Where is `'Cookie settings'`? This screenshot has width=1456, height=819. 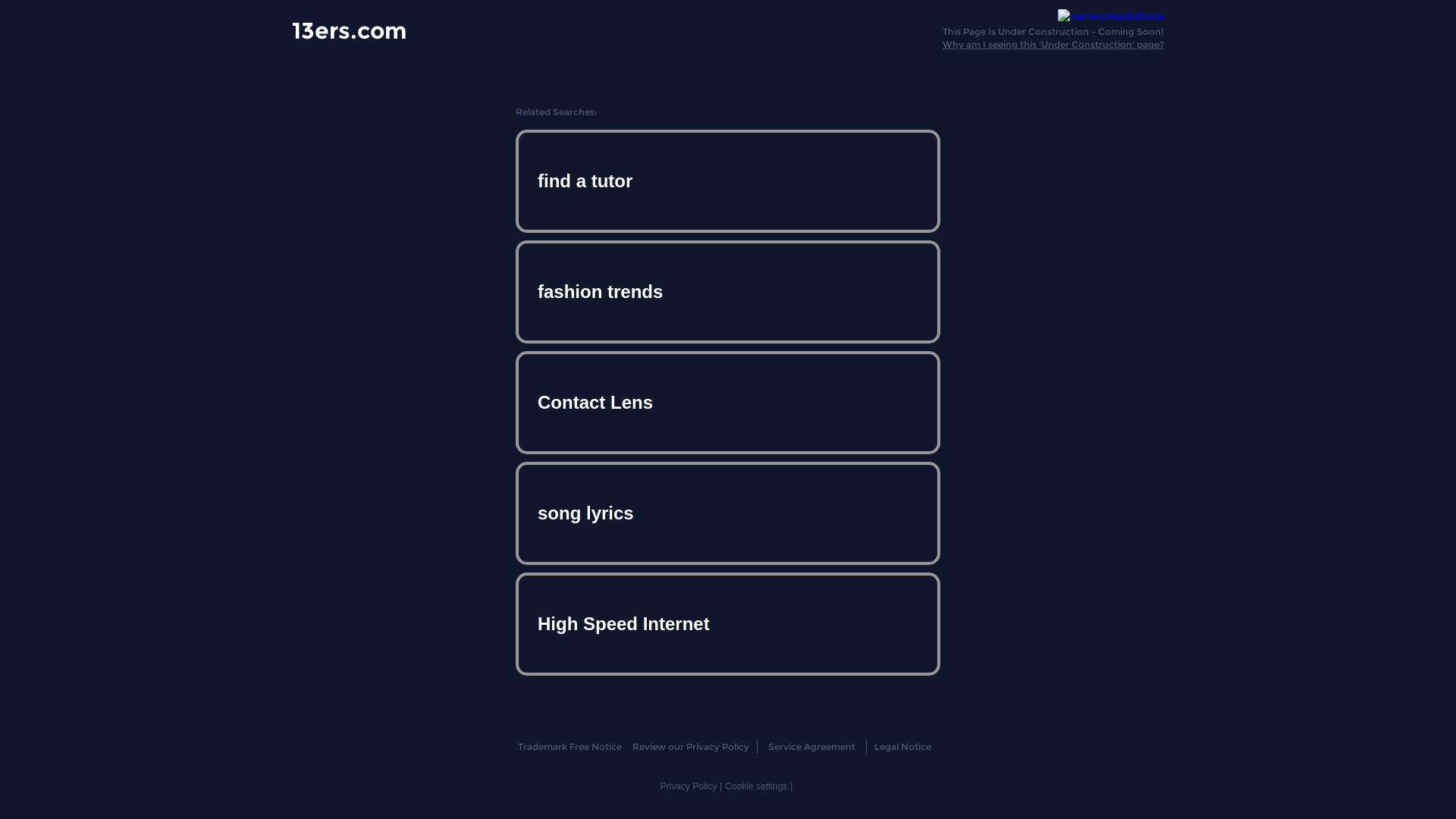 'Cookie settings' is located at coordinates (756, 786).